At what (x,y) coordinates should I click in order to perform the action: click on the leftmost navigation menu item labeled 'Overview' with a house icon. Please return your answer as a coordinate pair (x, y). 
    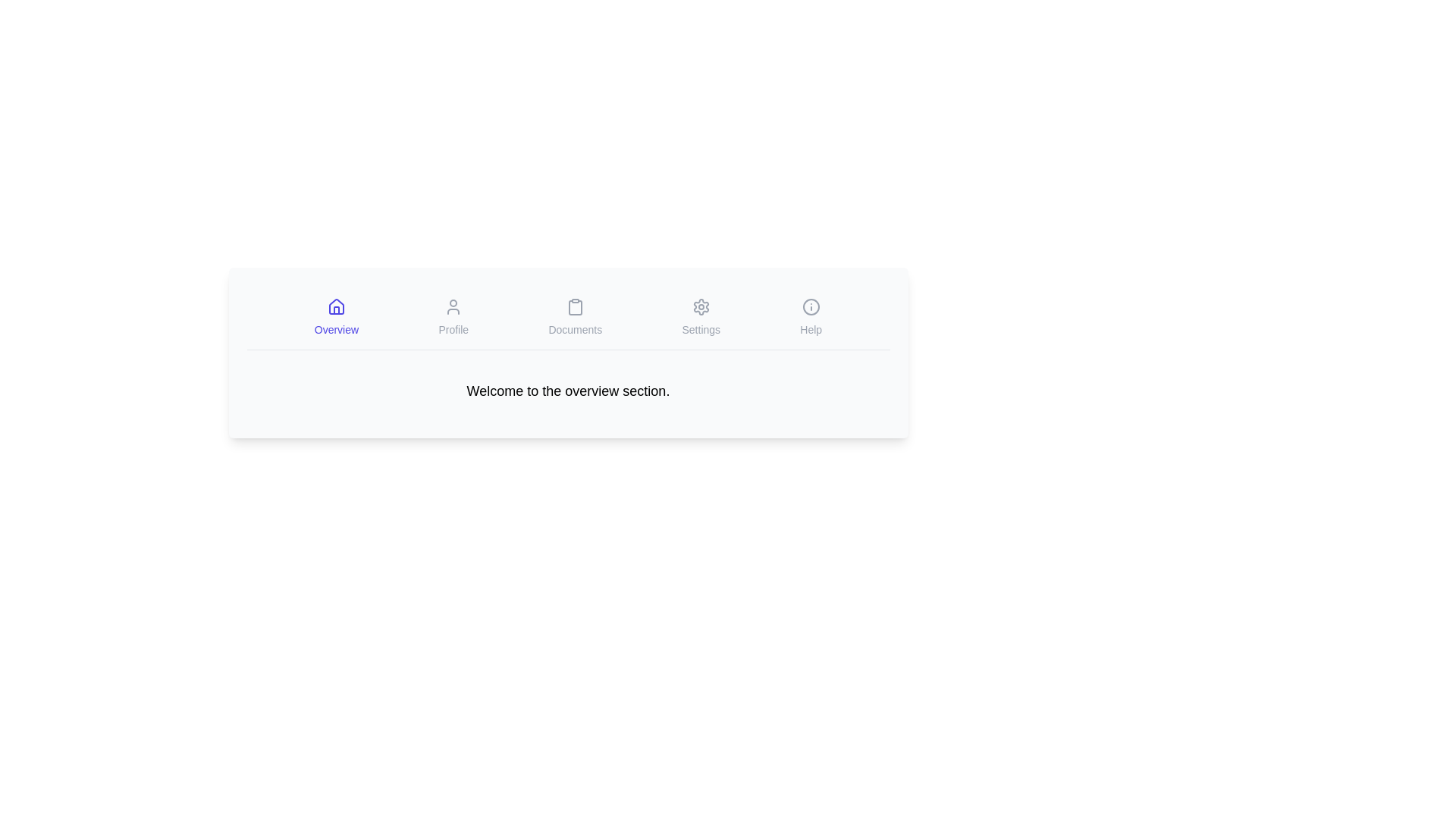
    Looking at the image, I should click on (335, 317).